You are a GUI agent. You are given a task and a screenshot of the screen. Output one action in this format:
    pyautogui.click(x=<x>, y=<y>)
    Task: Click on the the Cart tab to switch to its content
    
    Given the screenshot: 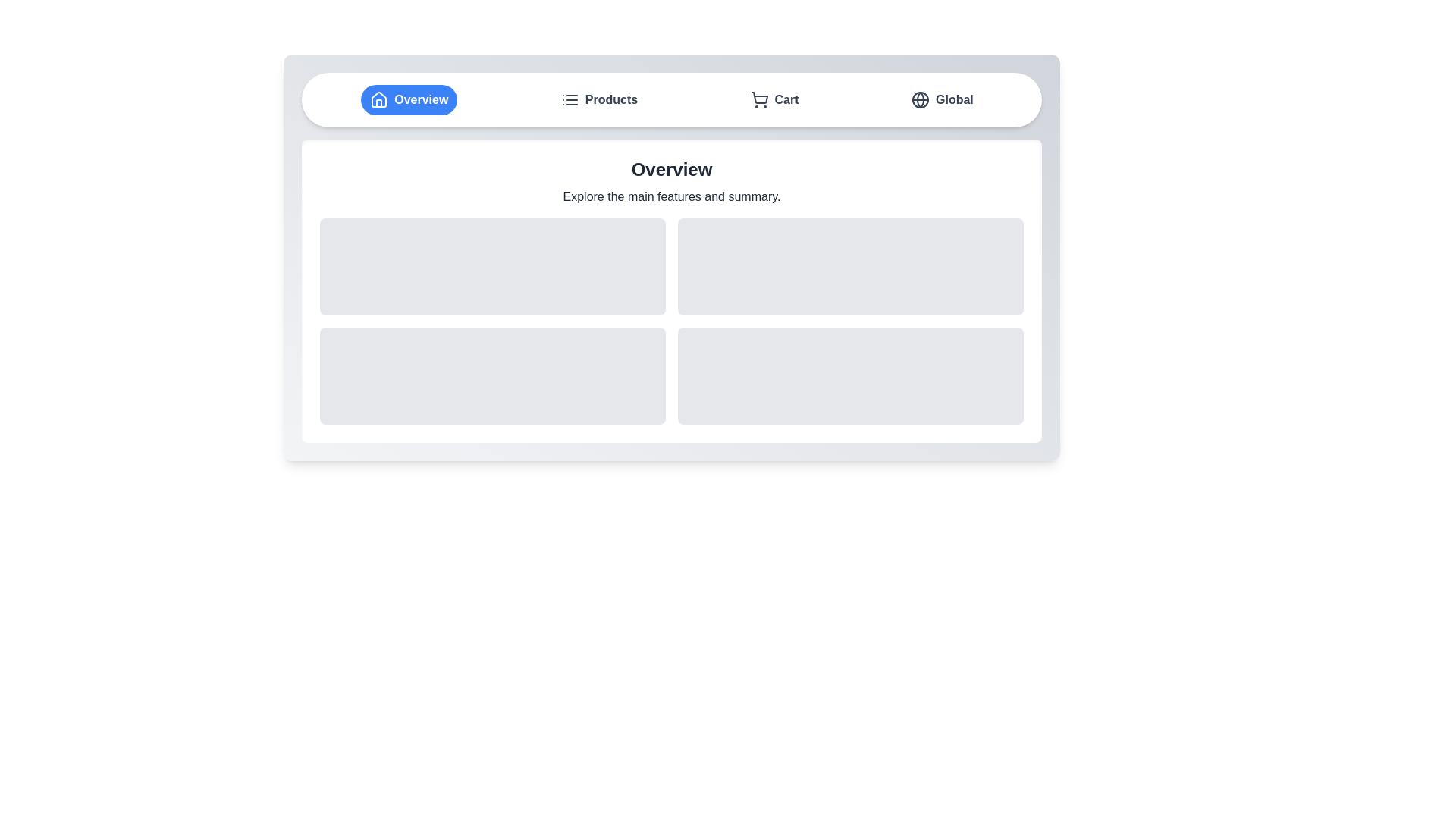 What is the action you would take?
    pyautogui.click(x=774, y=99)
    